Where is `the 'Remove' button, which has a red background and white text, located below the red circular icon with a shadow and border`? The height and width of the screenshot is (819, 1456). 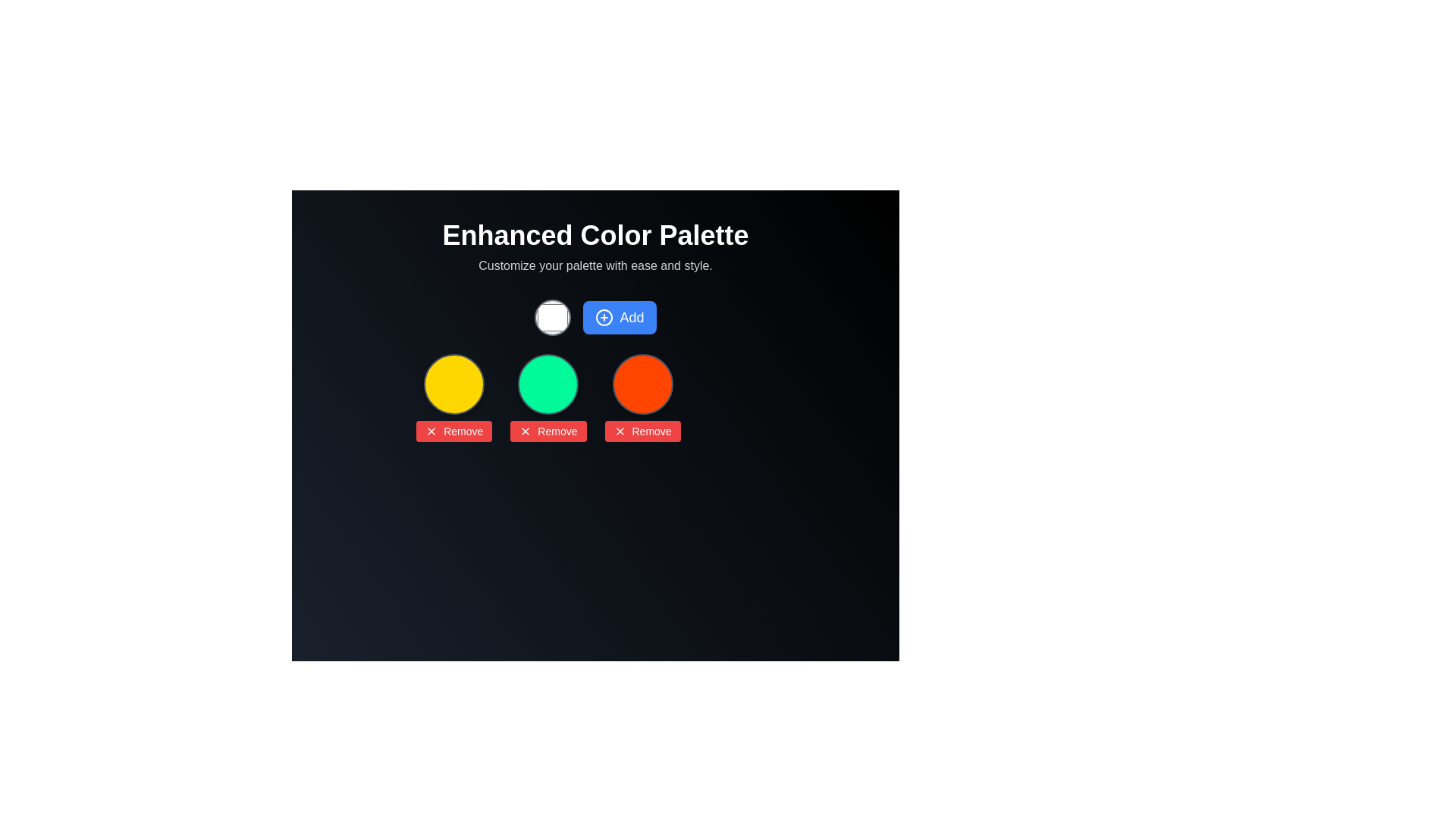
the 'Remove' button, which has a red background and white text, located below the red circular icon with a shadow and border is located at coordinates (642, 397).